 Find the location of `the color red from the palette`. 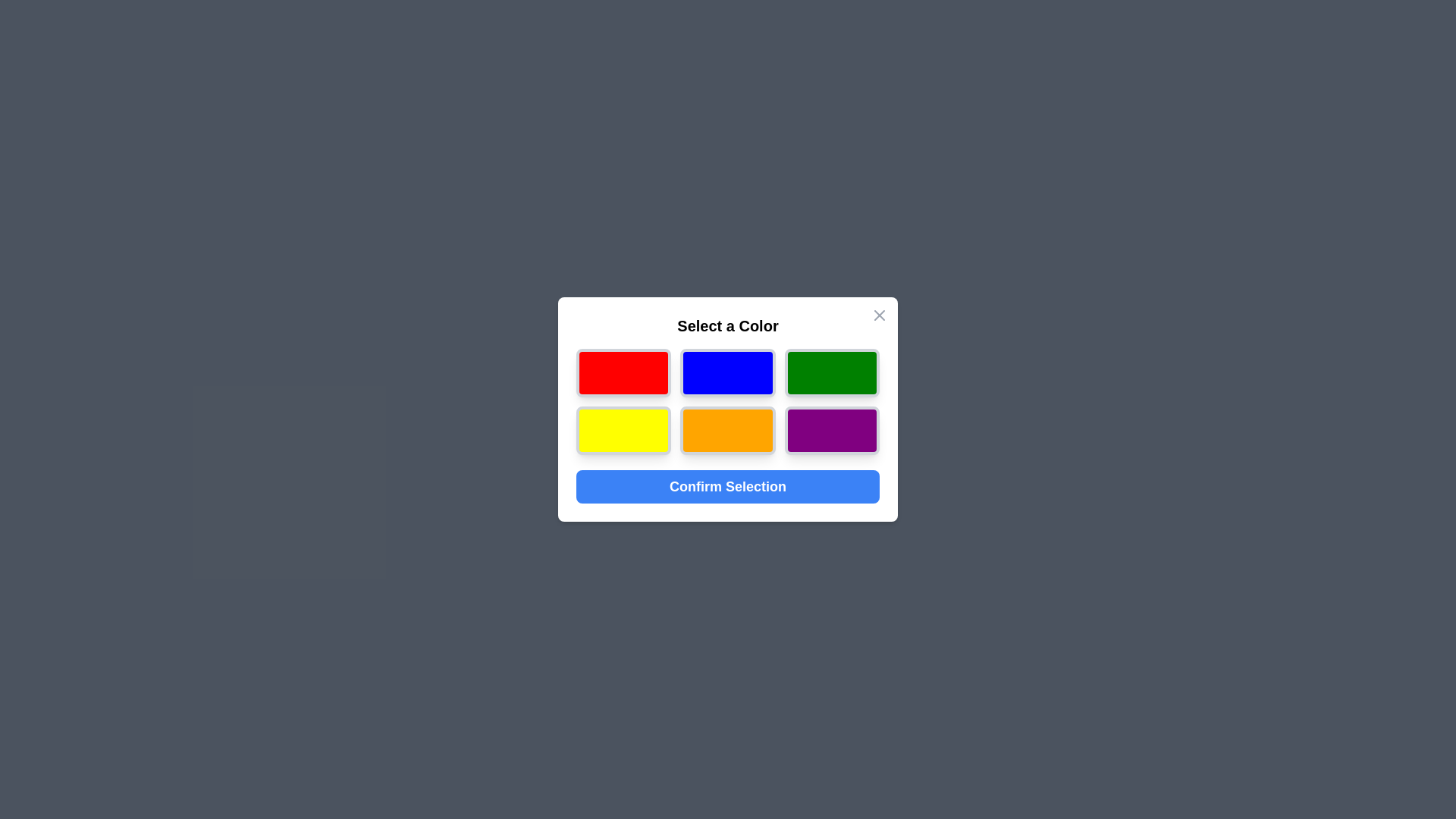

the color red from the palette is located at coordinates (623, 373).